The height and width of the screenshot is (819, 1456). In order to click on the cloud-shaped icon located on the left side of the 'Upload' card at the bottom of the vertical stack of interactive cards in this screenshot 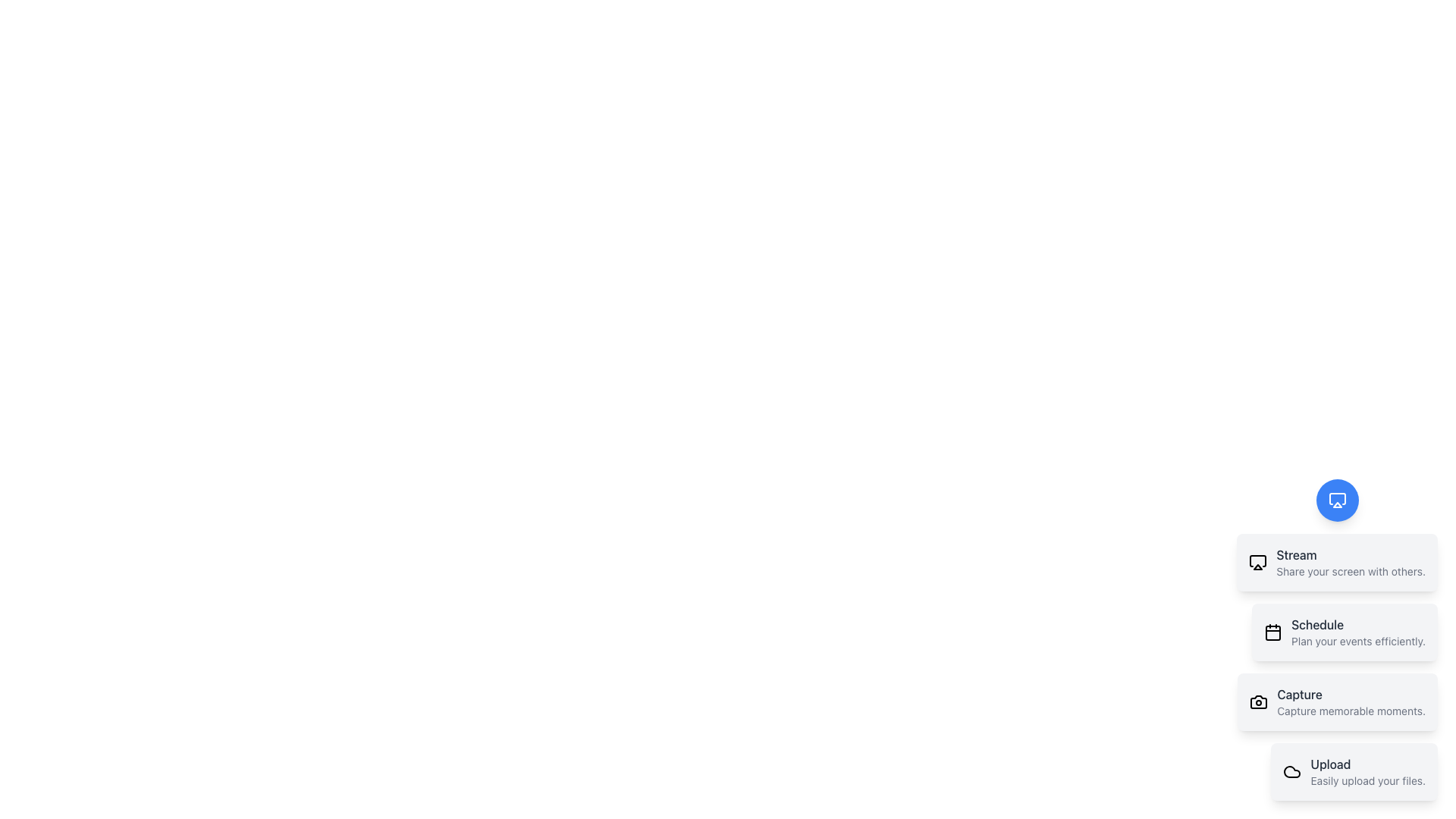, I will do `click(1291, 772)`.